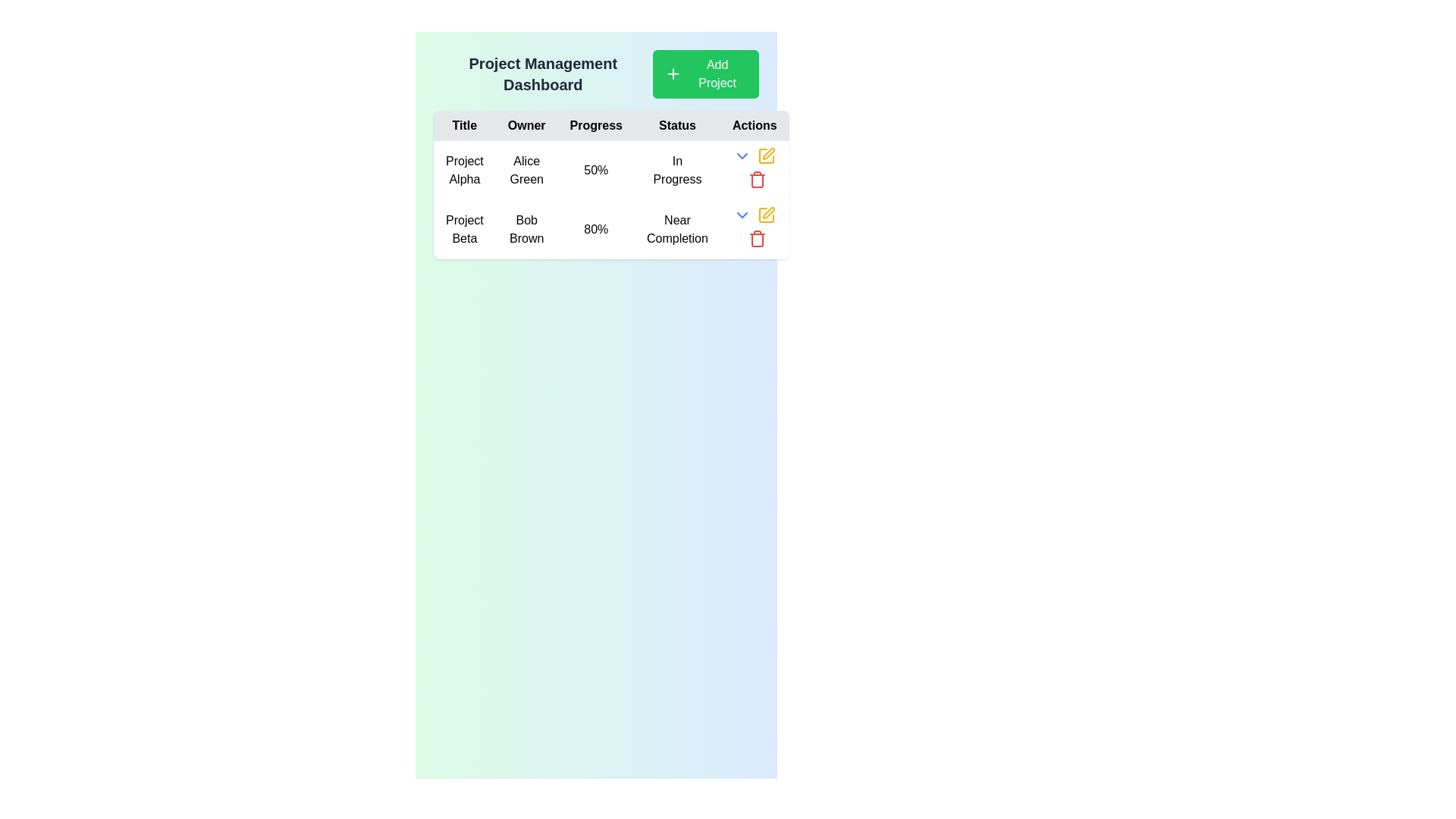 The image size is (1456, 819). I want to click on the text label displaying '50%' in the 'Progress' column of the table for 'Project Alpha', so click(595, 170).